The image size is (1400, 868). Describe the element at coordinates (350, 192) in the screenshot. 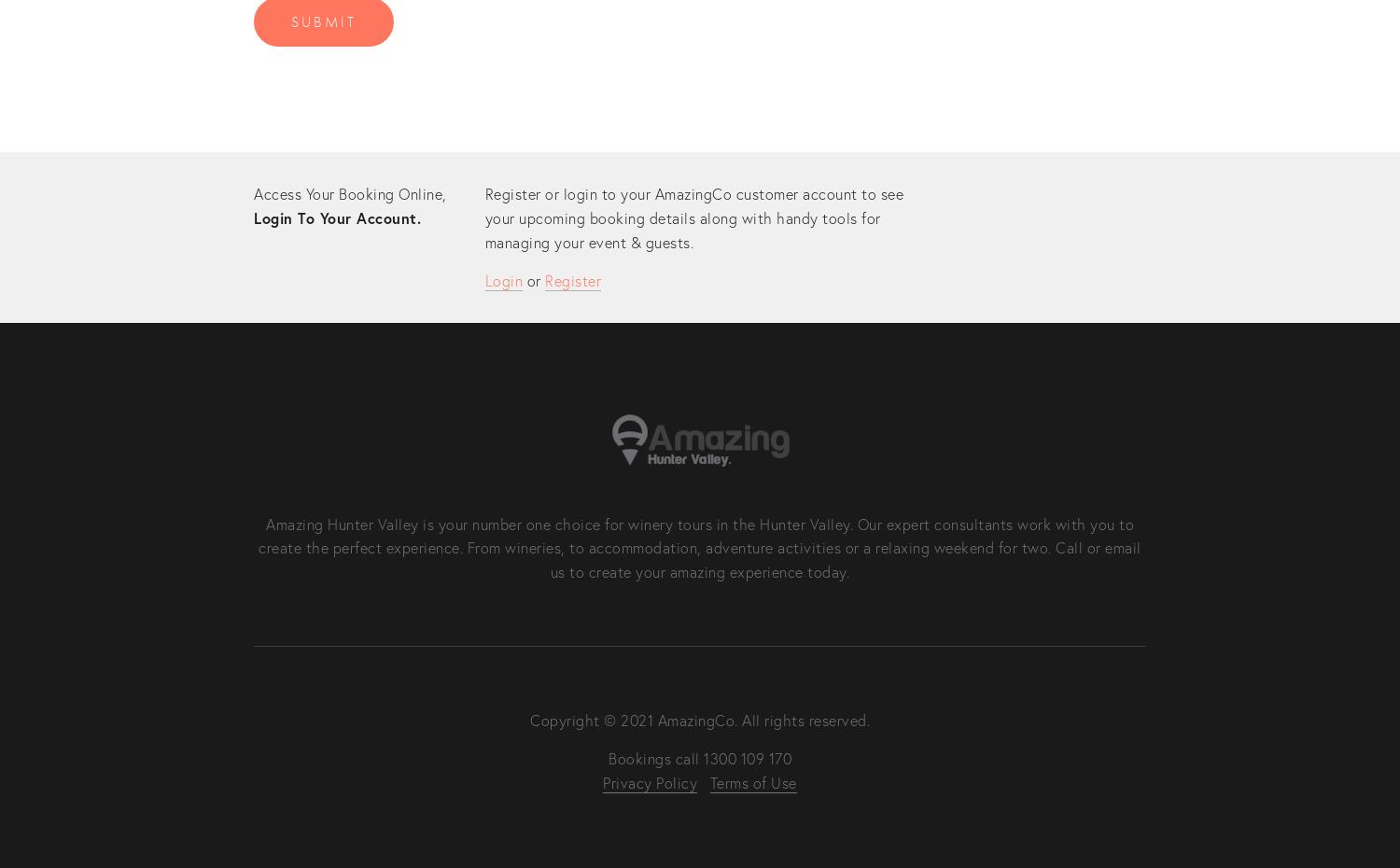

I see `'Access Your Booking Online,'` at that location.